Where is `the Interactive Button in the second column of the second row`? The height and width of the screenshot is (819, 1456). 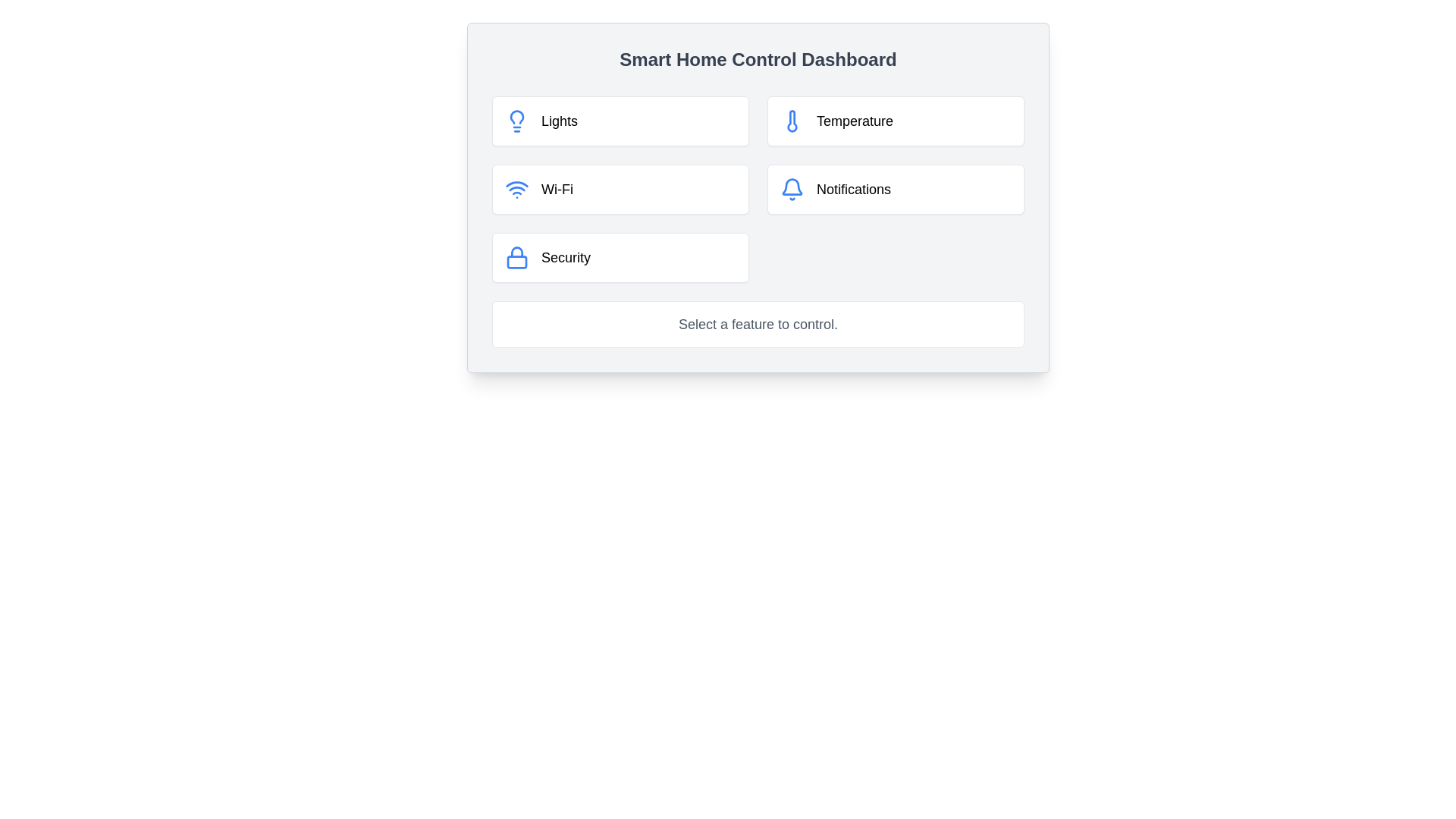
the Interactive Button in the second column of the second row is located at coordinates (896, 189).